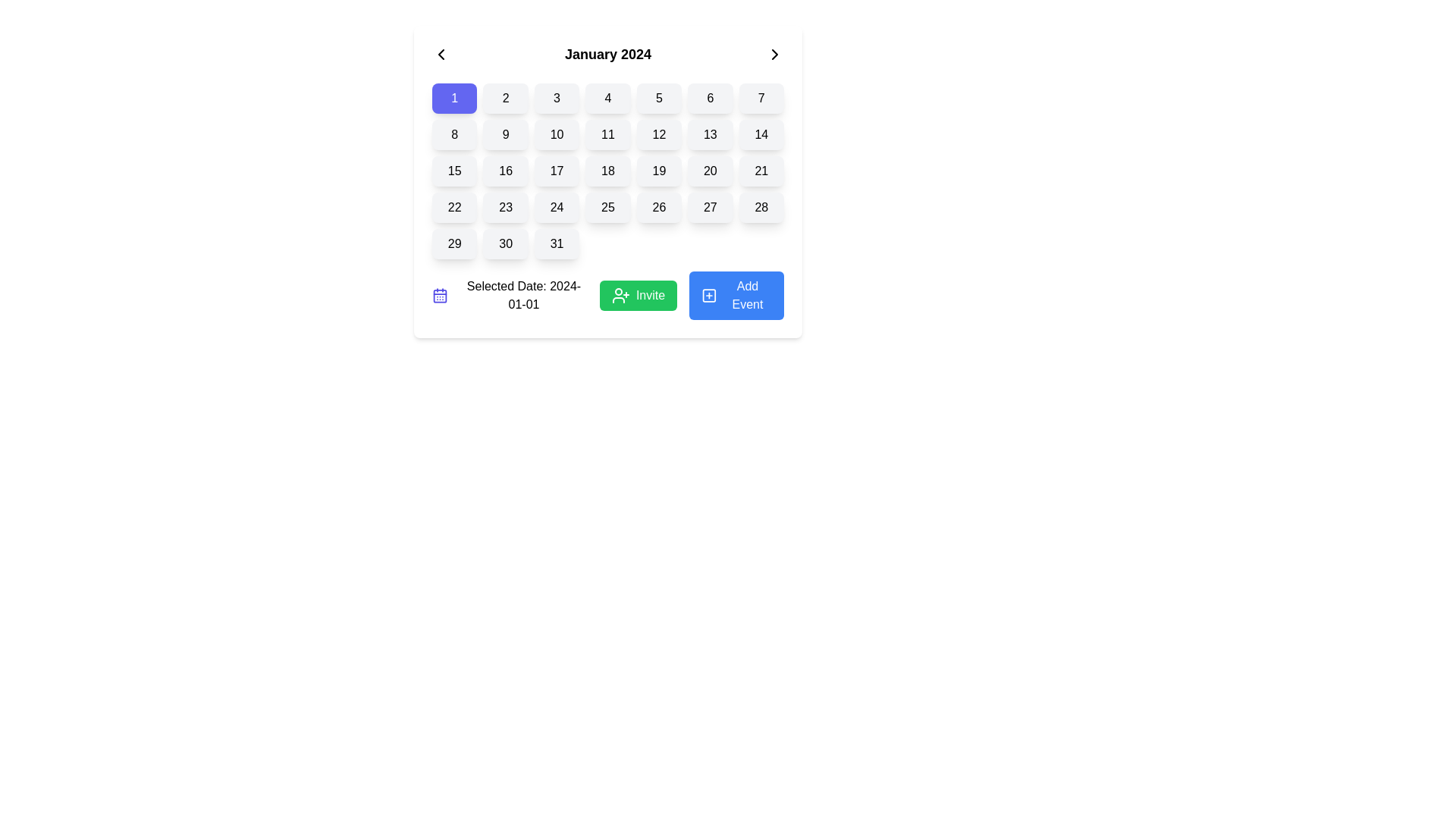  Describe the element at coordinates (761, 171) in the screenshot. I see `the non-interactive Calendar day item displaying the number '21' in the grid layout` at that location.